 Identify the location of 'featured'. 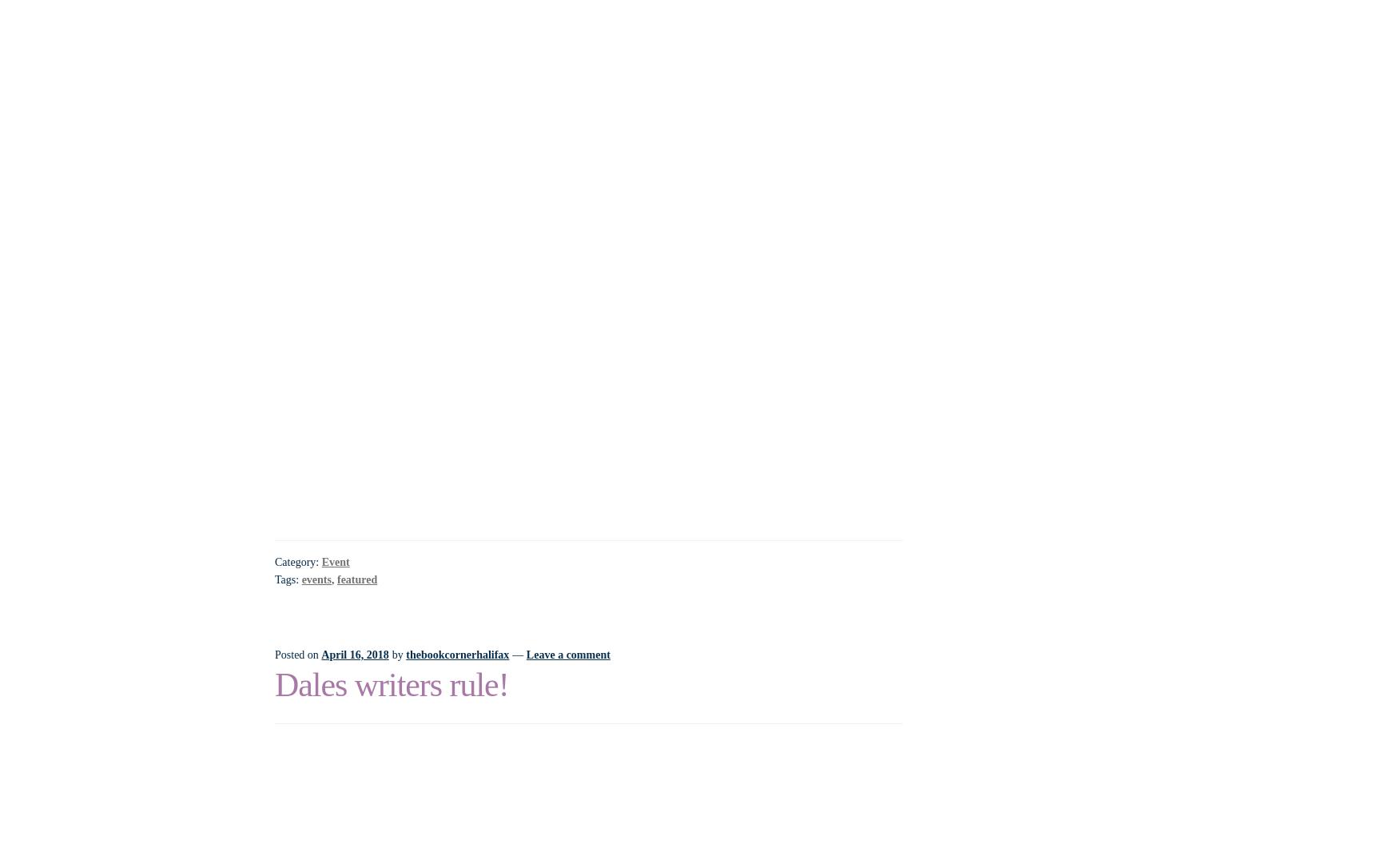
(356, 579).